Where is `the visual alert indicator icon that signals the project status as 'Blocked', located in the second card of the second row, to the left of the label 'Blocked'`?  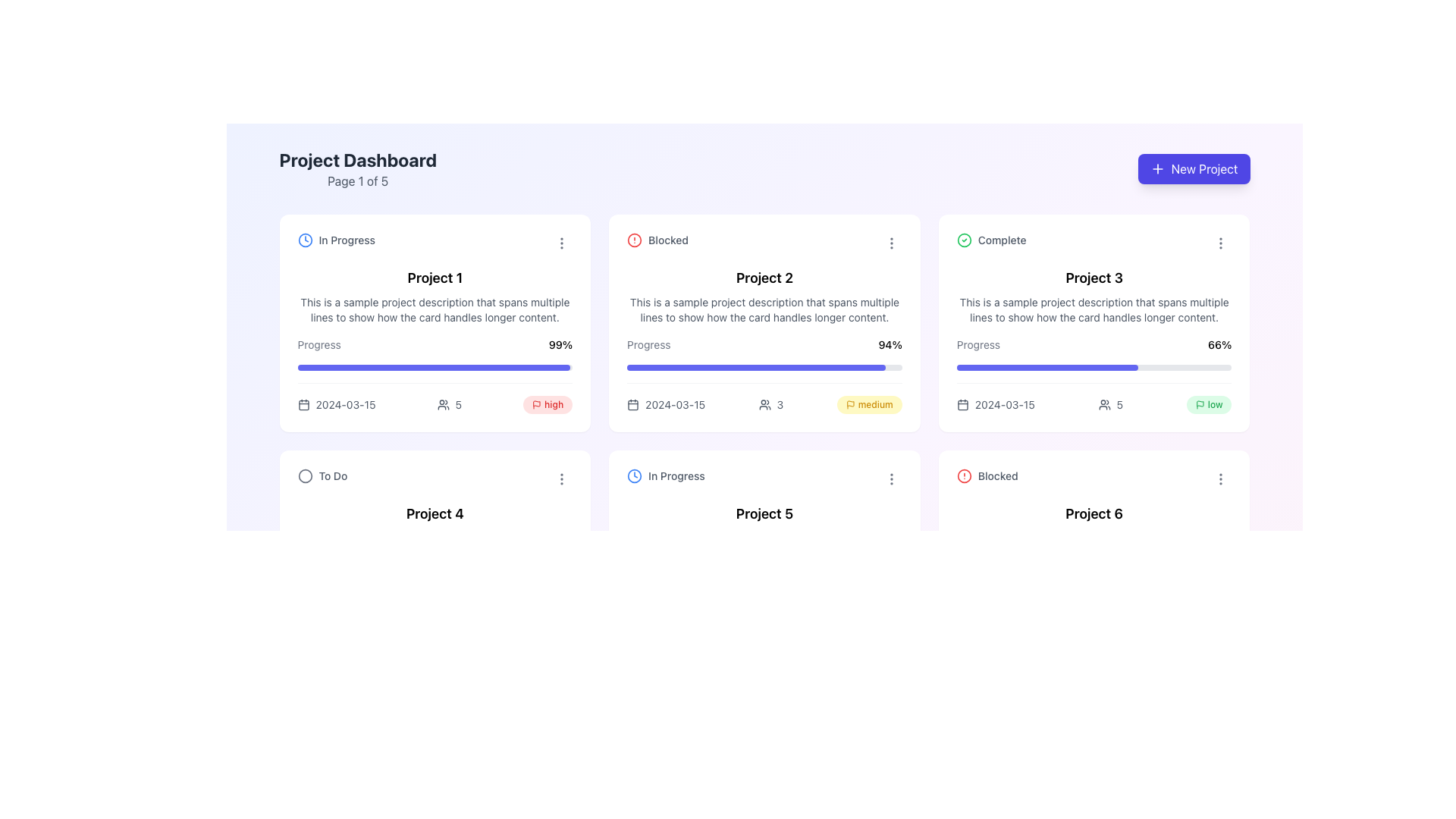 the visual alert indicator icon that signals the project status as 'Blocked', located in the second card of the second row, to the left of the label 'Blocked' is located at coordinates (963, 475).